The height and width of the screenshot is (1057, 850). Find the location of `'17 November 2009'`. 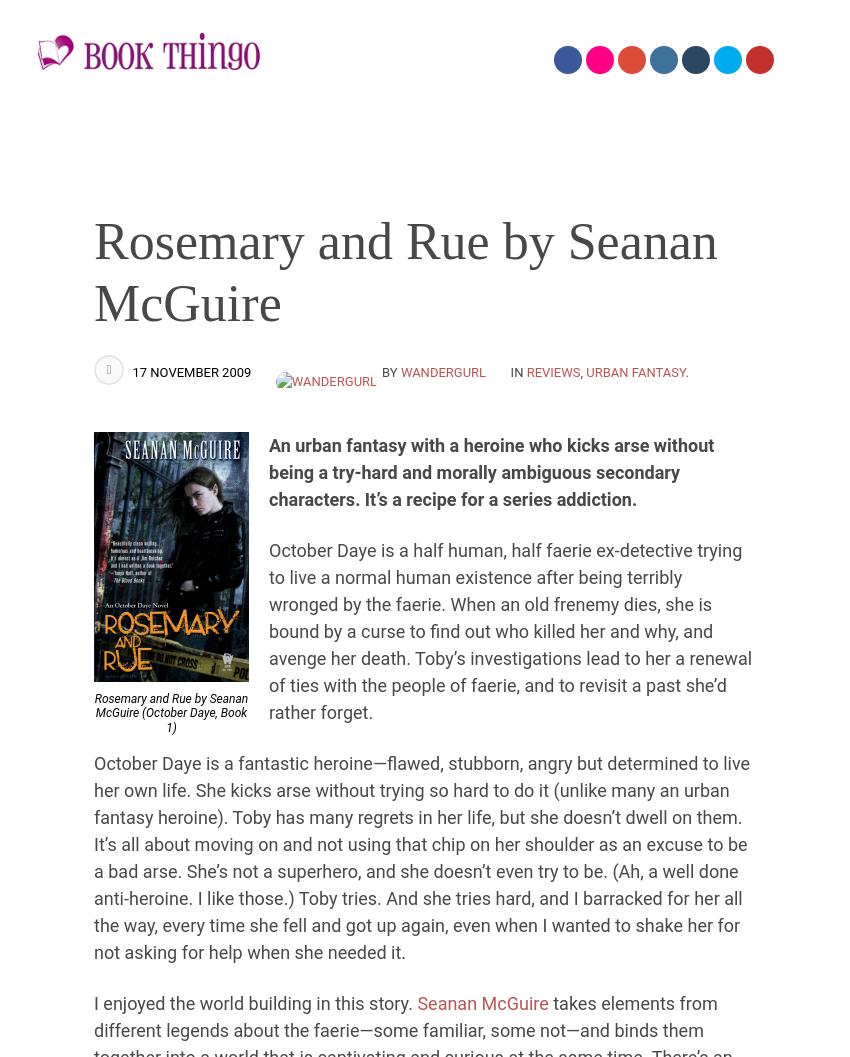

'17 November 2009' is located at coordinates (190, 372).